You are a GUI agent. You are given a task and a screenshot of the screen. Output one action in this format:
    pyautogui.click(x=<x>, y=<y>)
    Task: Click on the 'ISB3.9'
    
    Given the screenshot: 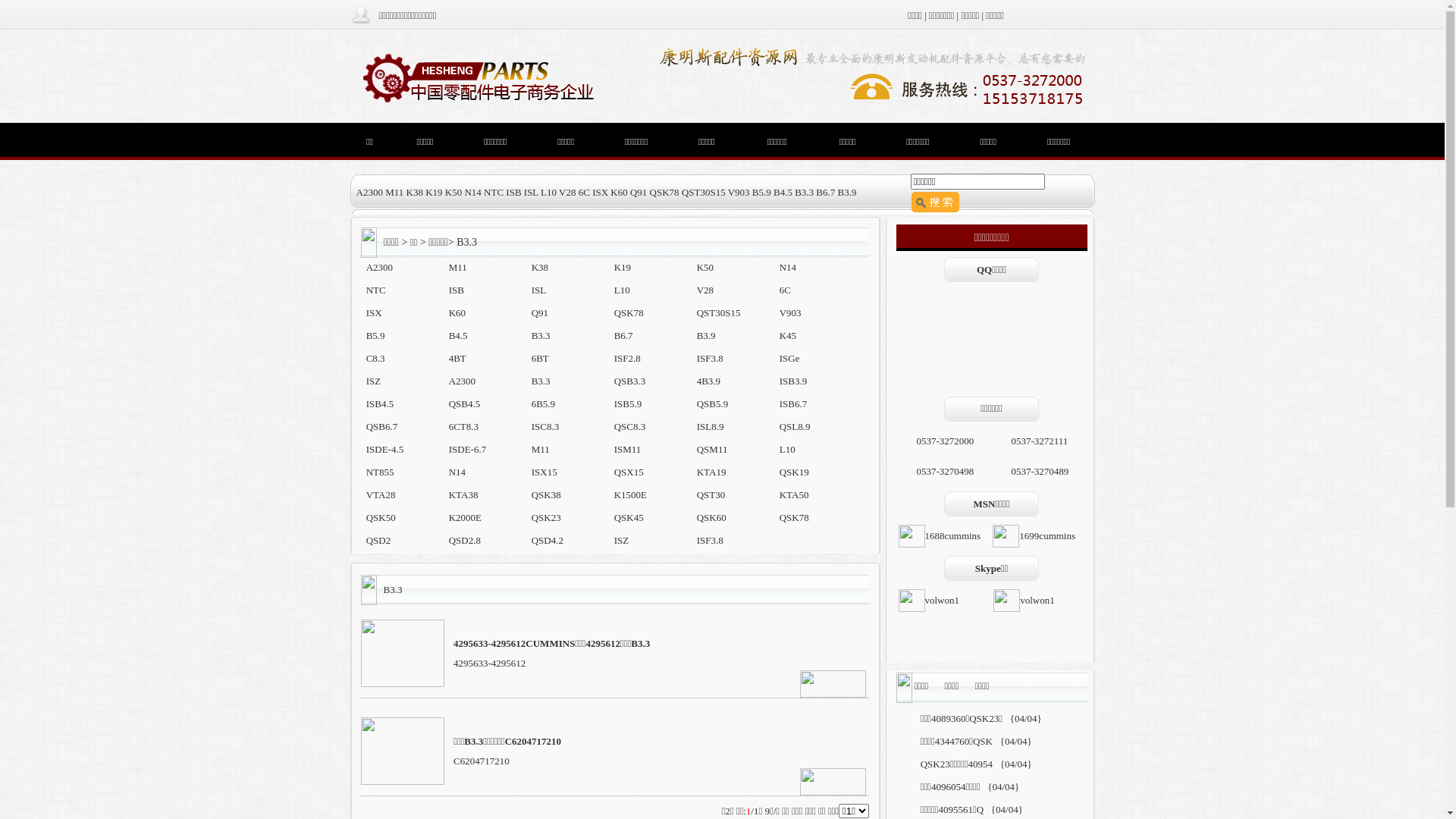 What is the action you would take?
    pyautogui.click(x=779, y=380)
    